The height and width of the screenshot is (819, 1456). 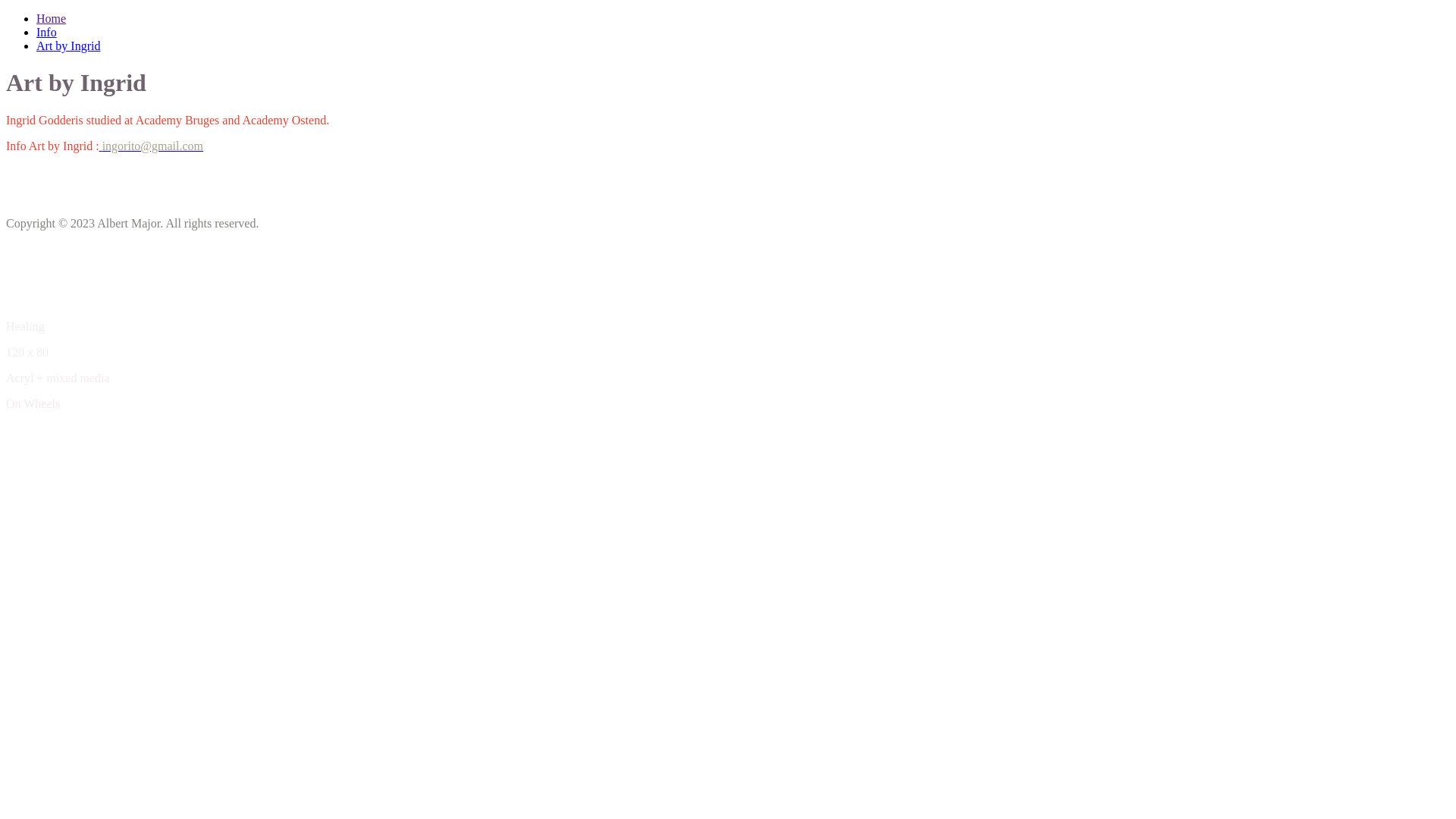 I want to click on 'Info', so click(x=46, y=32).